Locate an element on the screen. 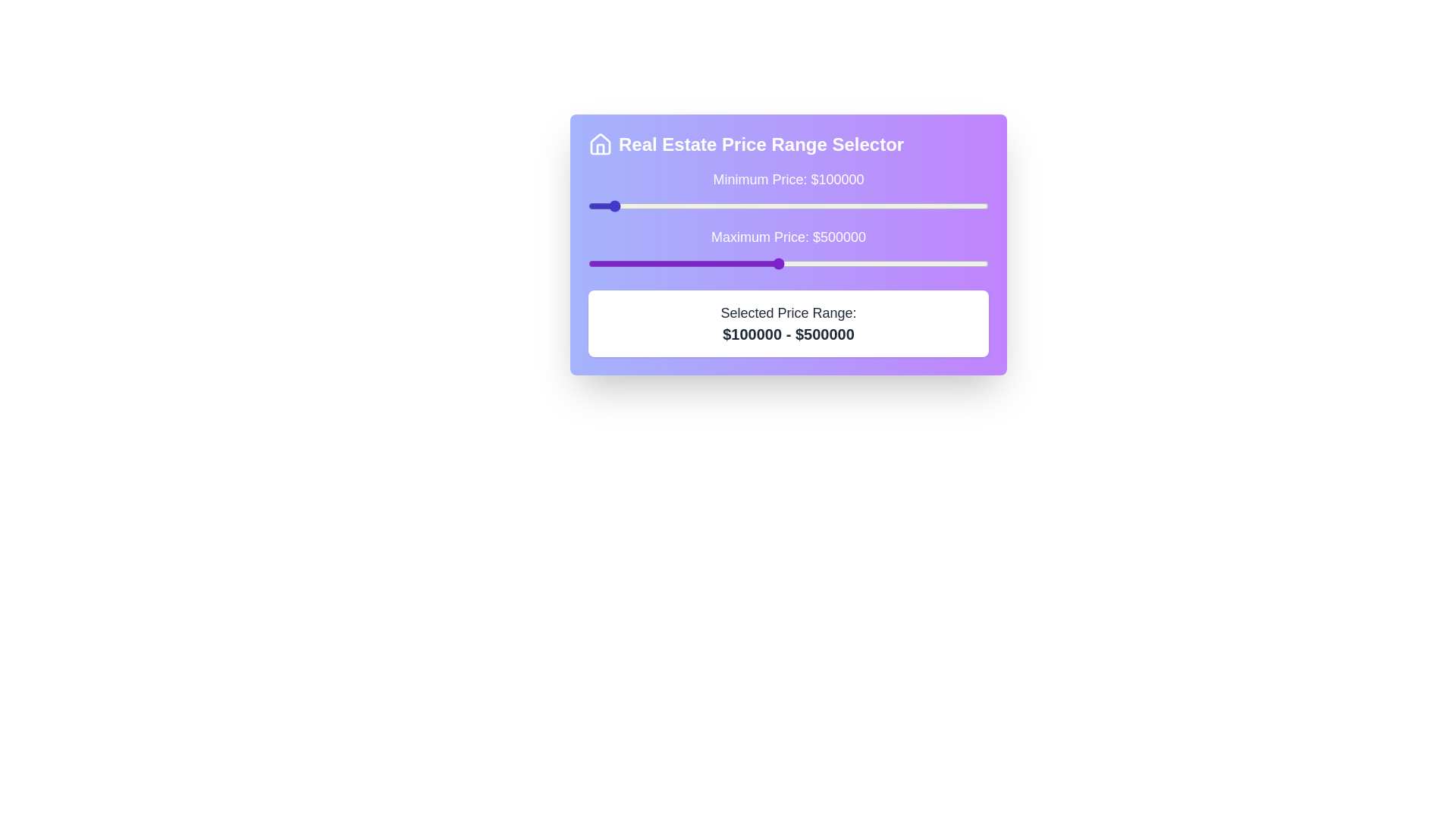 The height and width of the screenshot is (819, 1456). the minimum price slider to 292212 dollars is located at coordinates (689, 206).